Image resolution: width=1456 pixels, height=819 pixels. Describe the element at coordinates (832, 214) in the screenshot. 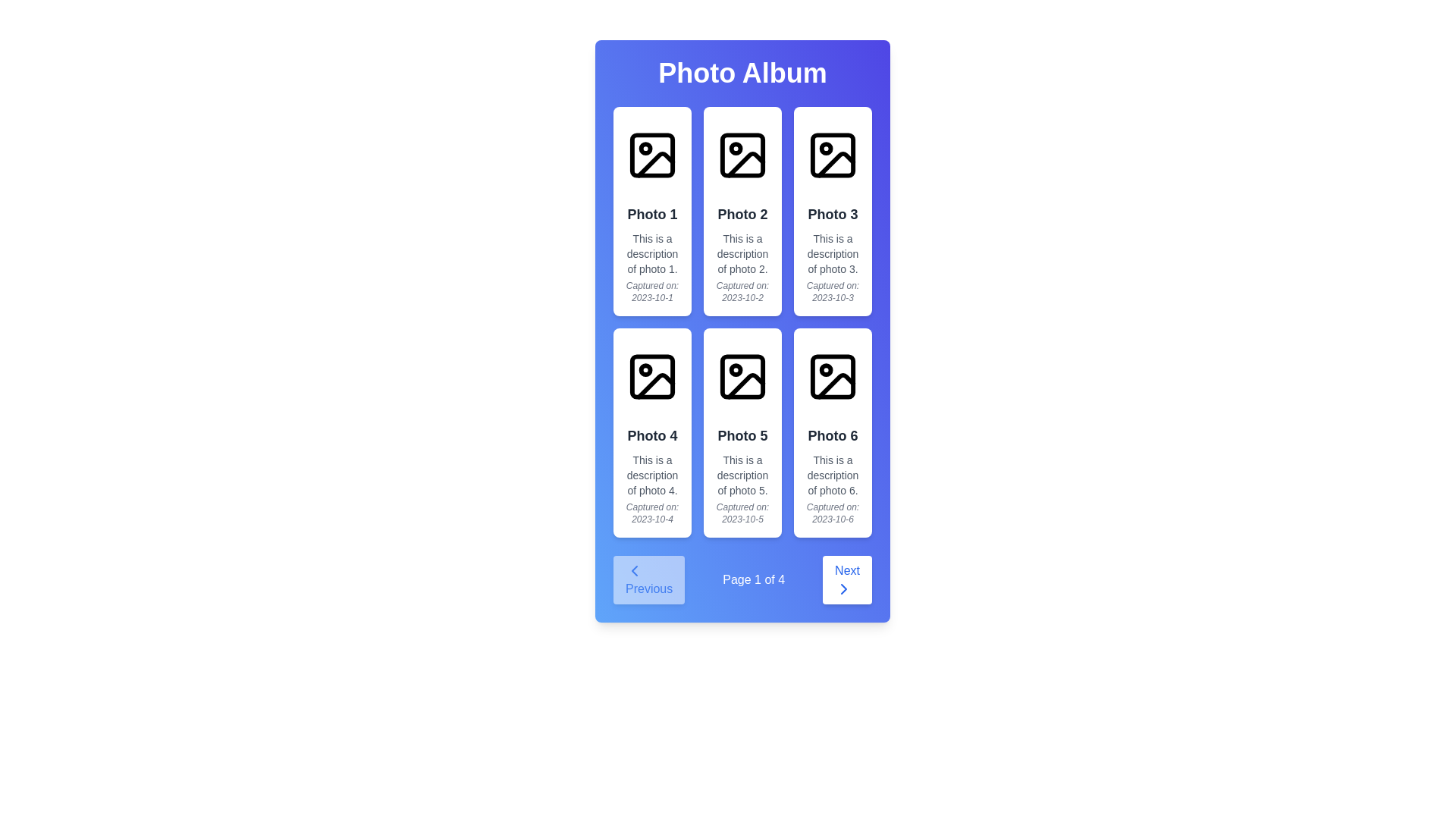

I see `the text label 'Photo 3' located near the top of the third card in the first row of the grid layout` at that location.